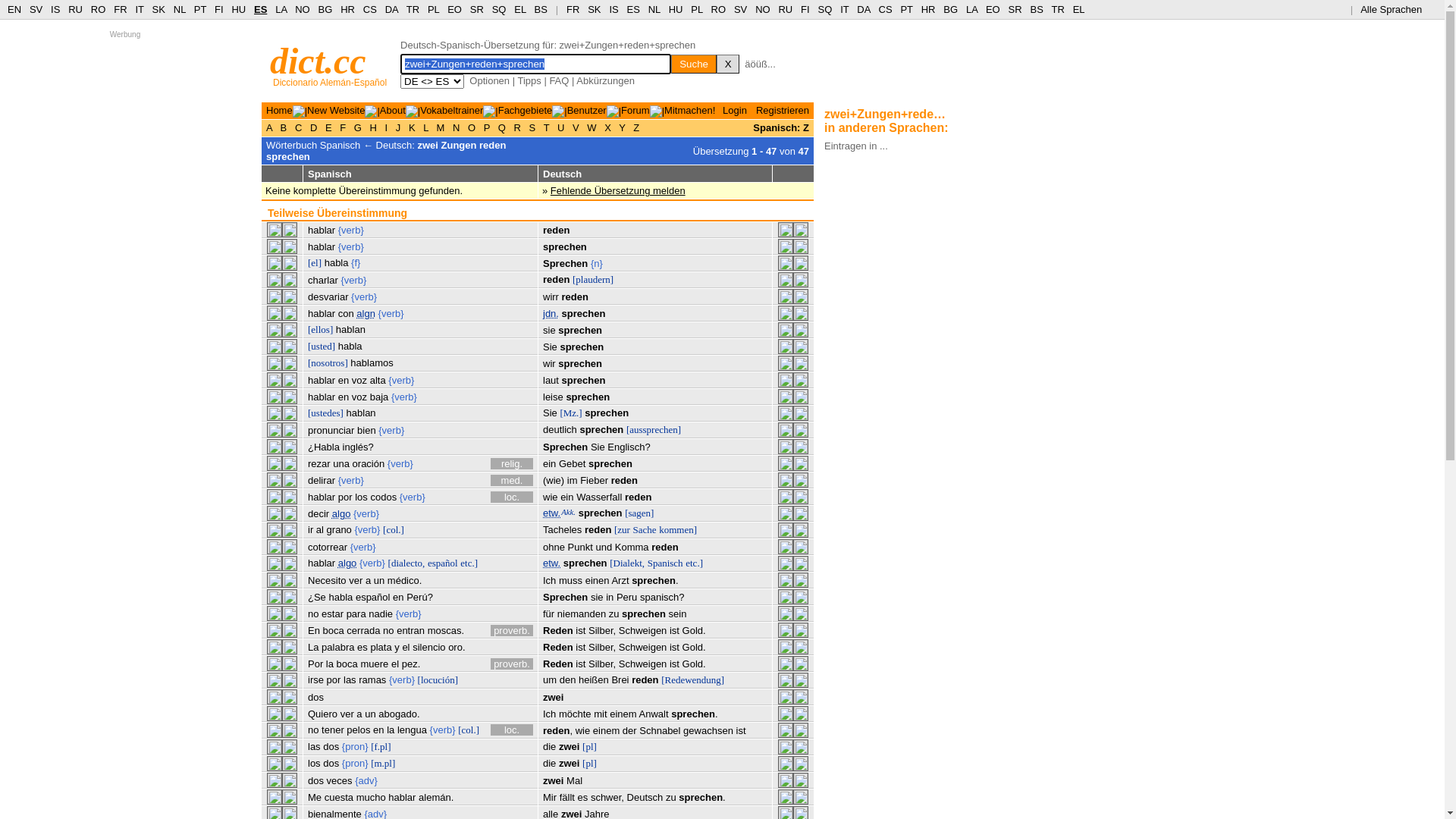  What do you see at coordinates (337, 312) in the screenshot?
I see `'con'` at bounding box center [337, 312].